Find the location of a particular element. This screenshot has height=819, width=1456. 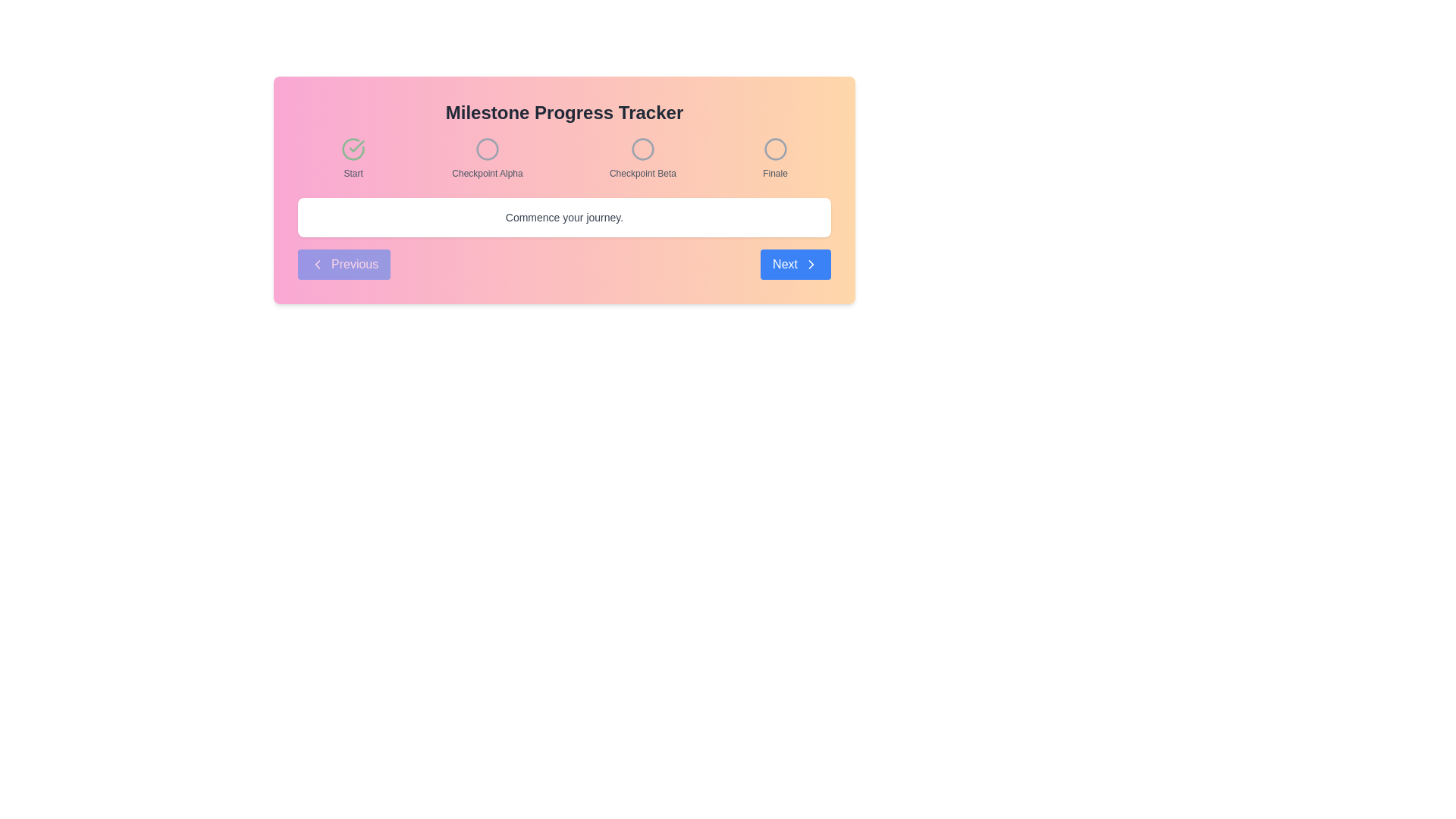

the 'Previous' button, which has a blue background and white text is located at coordinates (344, 263).